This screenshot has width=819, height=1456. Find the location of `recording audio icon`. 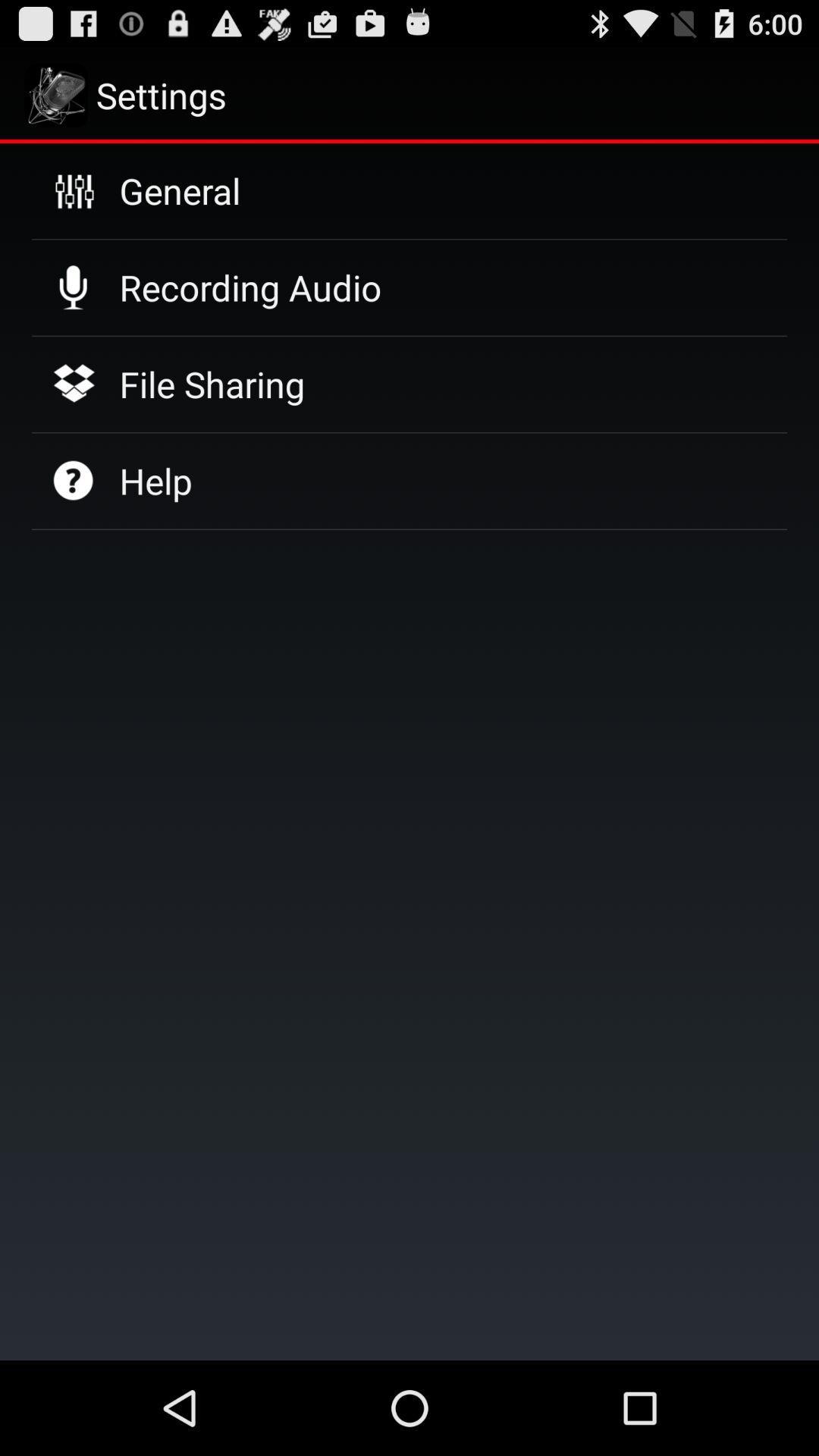

recording audio icon is located at coordinates (249, 287).